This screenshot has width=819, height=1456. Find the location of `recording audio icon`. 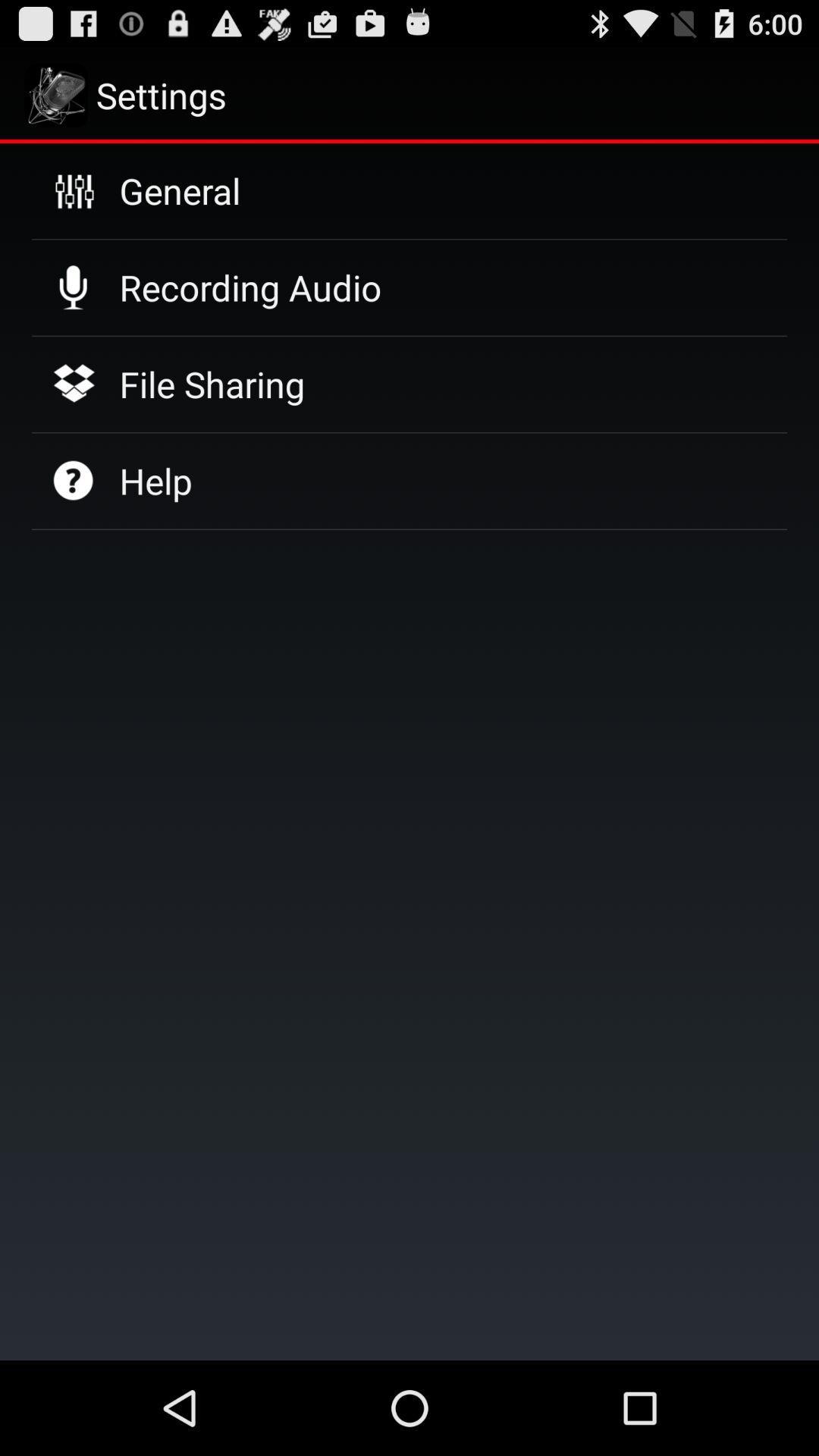

recording audio icon is located at coordinates (249, 287).